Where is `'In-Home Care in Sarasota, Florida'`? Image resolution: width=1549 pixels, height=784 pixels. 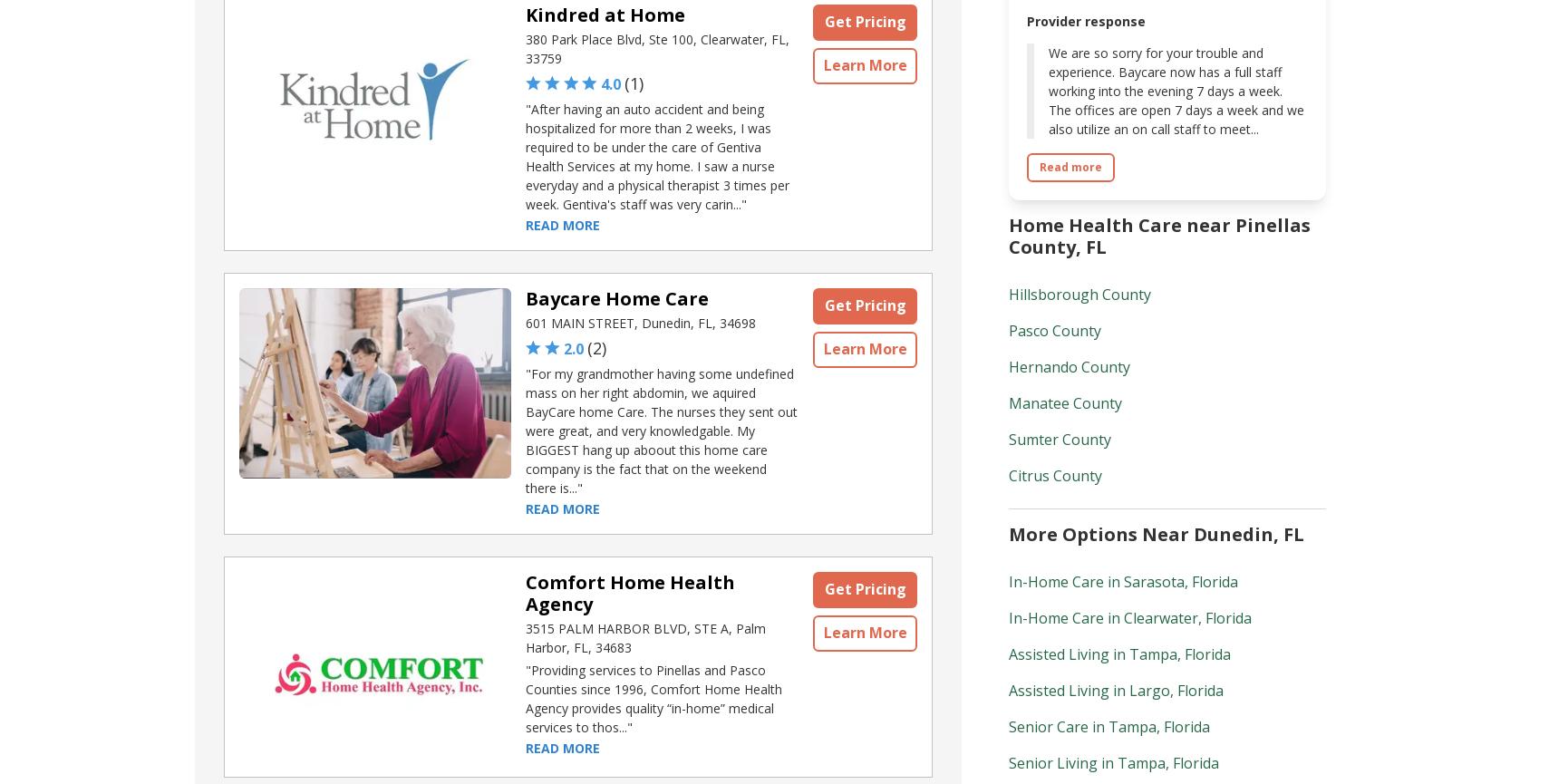 'In-Home Care in Sarasota, Florida' is located at coordinates (1123, 582).